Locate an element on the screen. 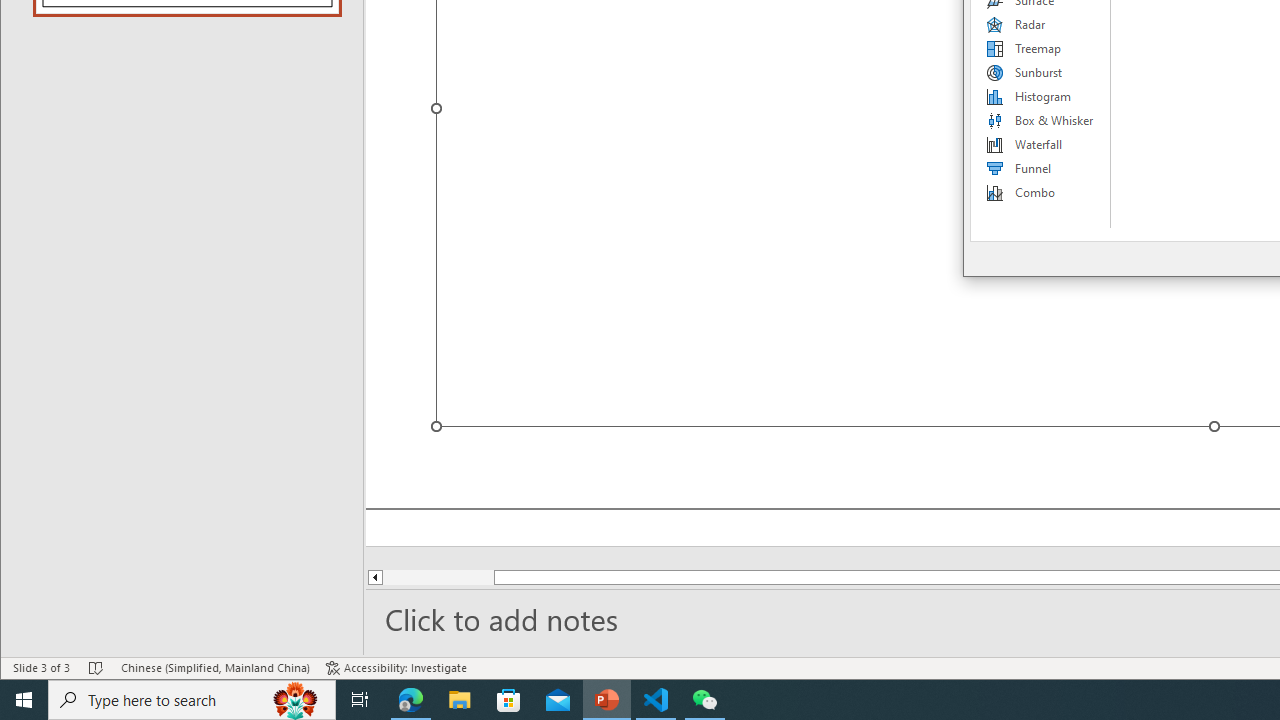  'Search highlights icon opens search home window' is located at coordinates (294, 698).